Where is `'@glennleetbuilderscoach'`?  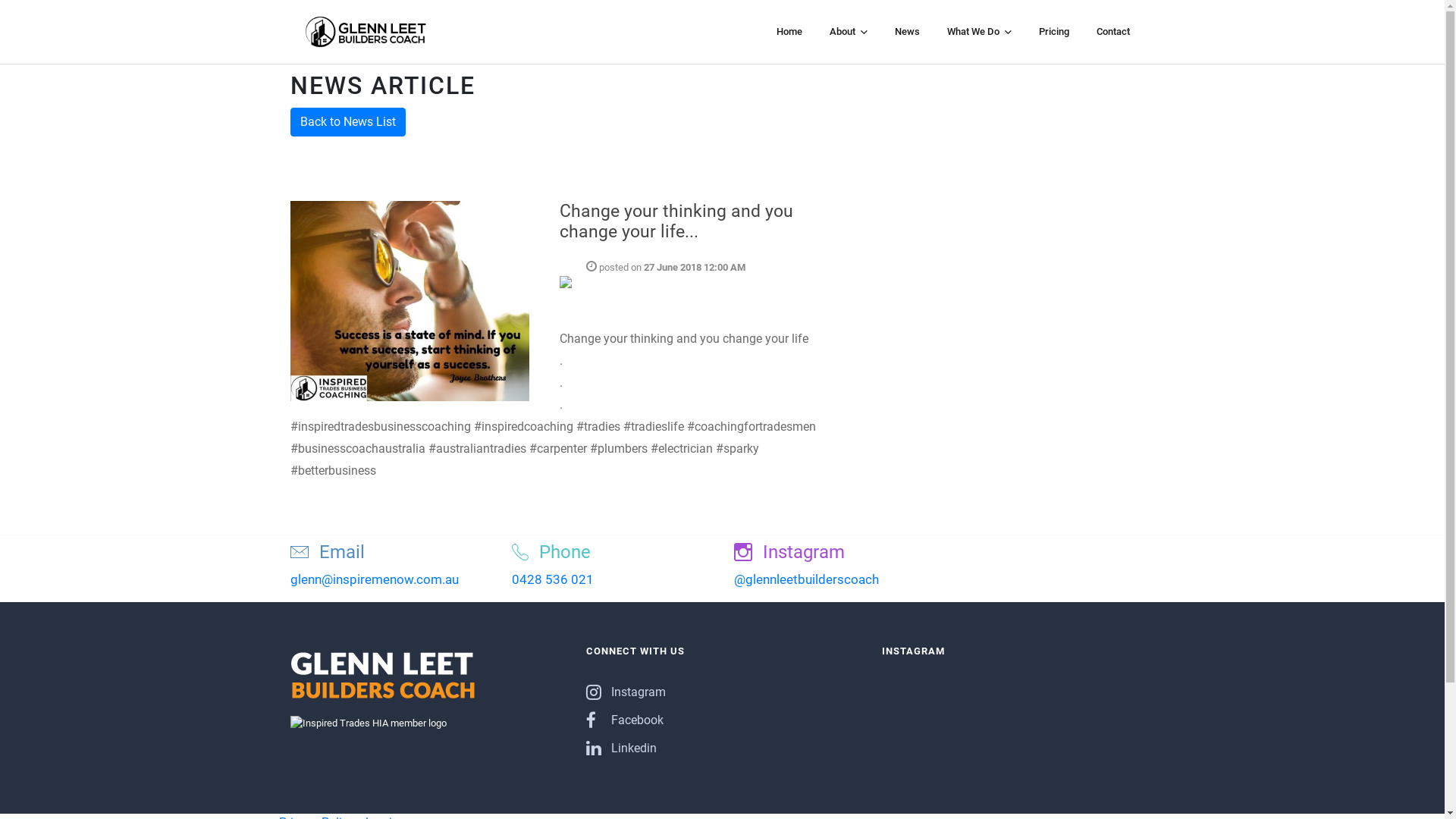 '@glennleetbuilderscoach' is located at coordinates (805, 579).